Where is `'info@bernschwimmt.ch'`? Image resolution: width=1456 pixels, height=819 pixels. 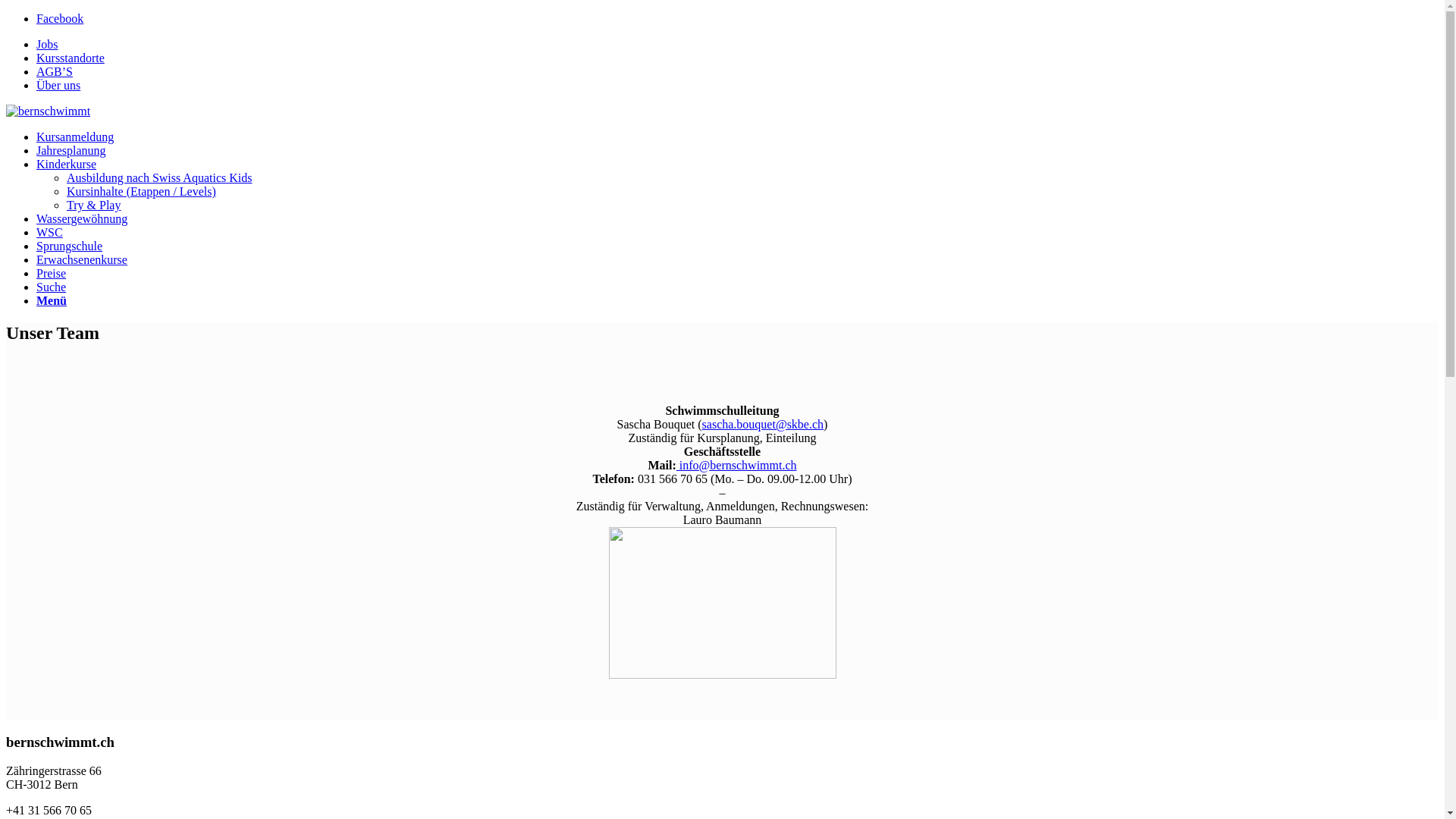
'info@bernschwimmt.ch' is located at coordinates (736, 464).